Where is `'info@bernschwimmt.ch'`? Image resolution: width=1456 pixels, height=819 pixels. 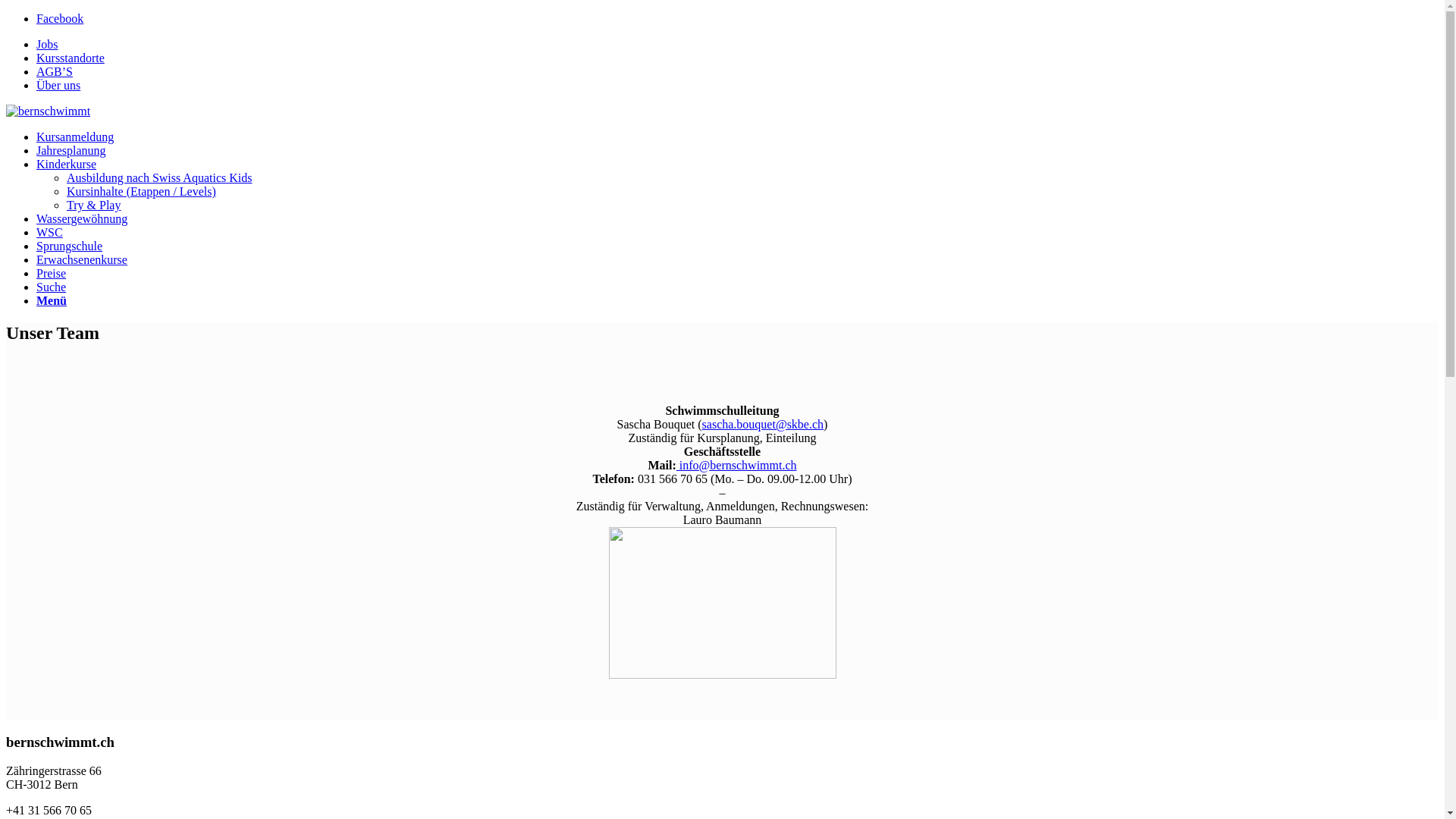
'info@bernschwimmt.ch' is located at coordinates (736, 464).